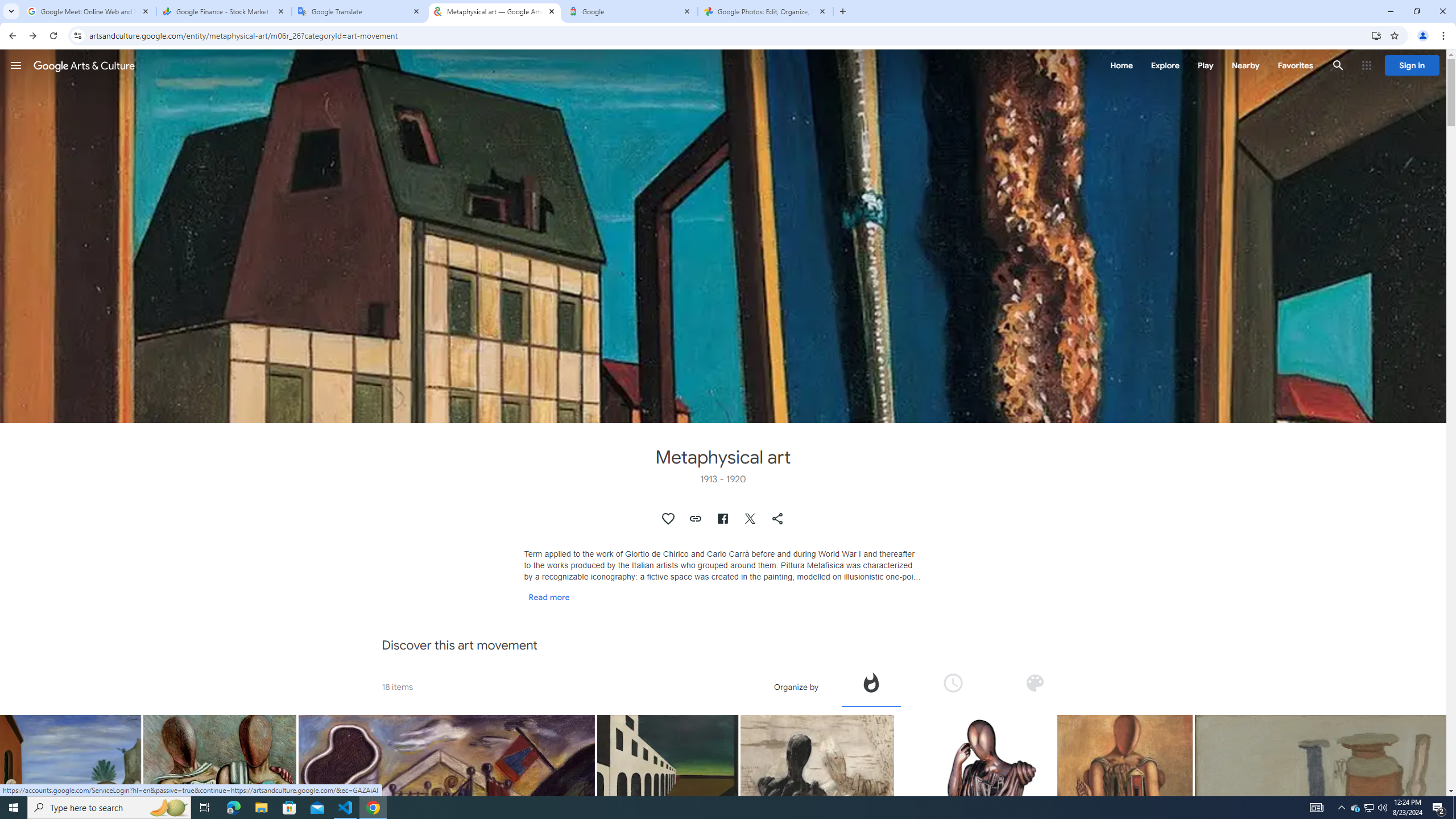  Describe the element at coordinates (77, 35) in the screenshot. I see `'View site information'` at that location.